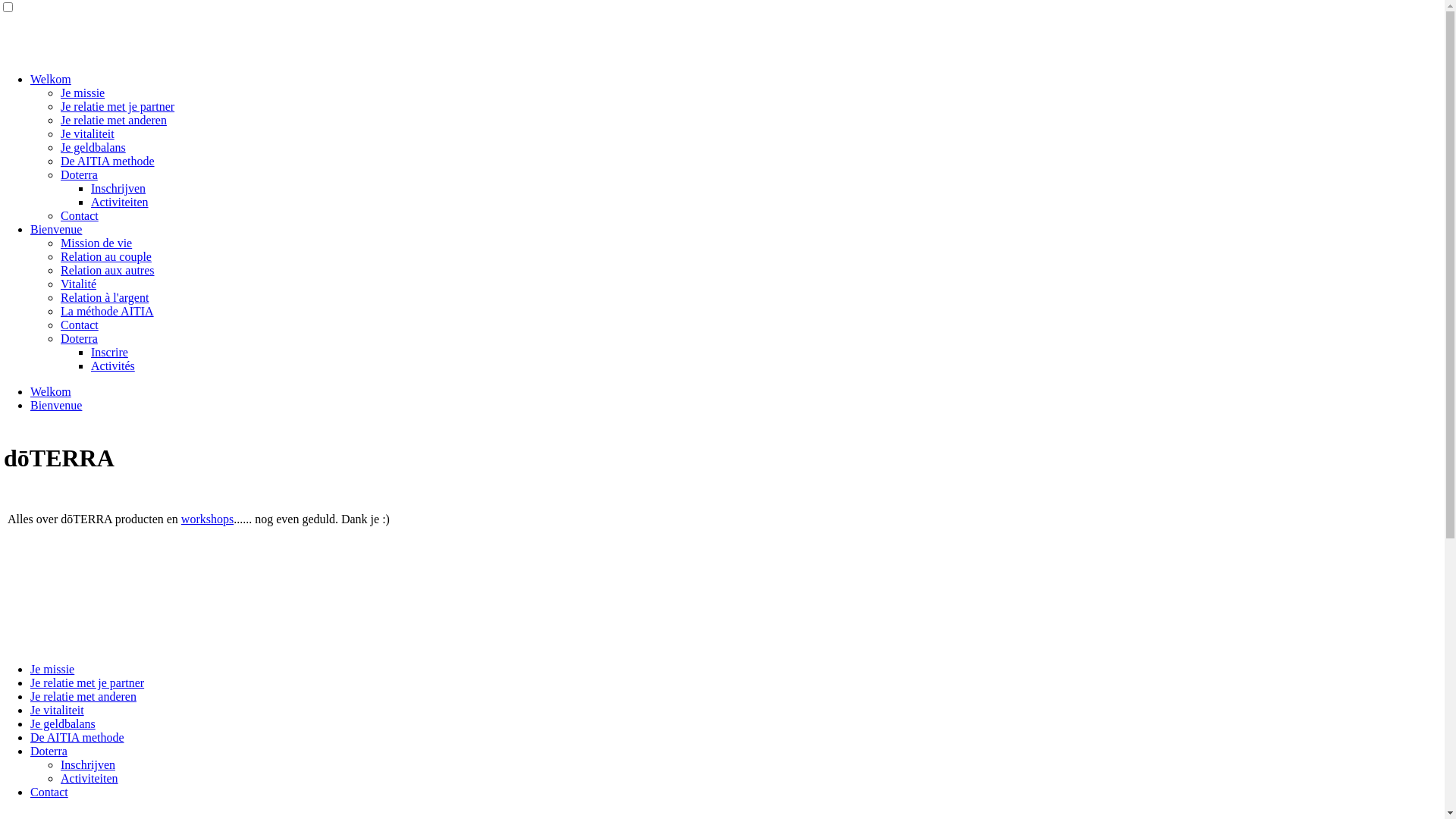 This screenshot has width=1456, height=819. I want to click on 'workshops', so click(206, 518).